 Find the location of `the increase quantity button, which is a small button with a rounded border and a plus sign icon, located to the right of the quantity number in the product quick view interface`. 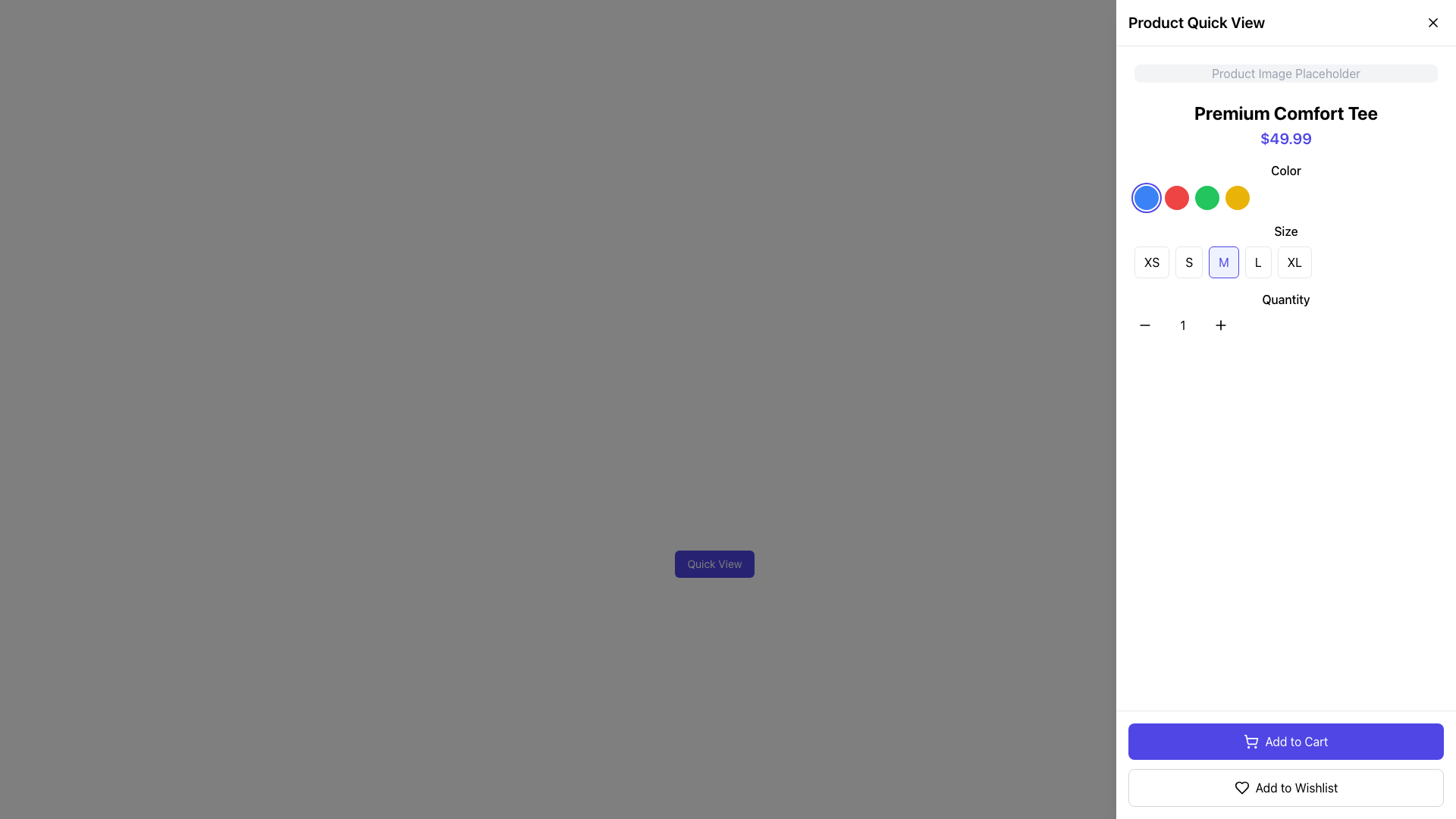

the increase quantity button, which is a small button with a rounded border and a plus sign icon, located to the right of the quantity number in the product quick view interface is located at coordinates (1220, 324).